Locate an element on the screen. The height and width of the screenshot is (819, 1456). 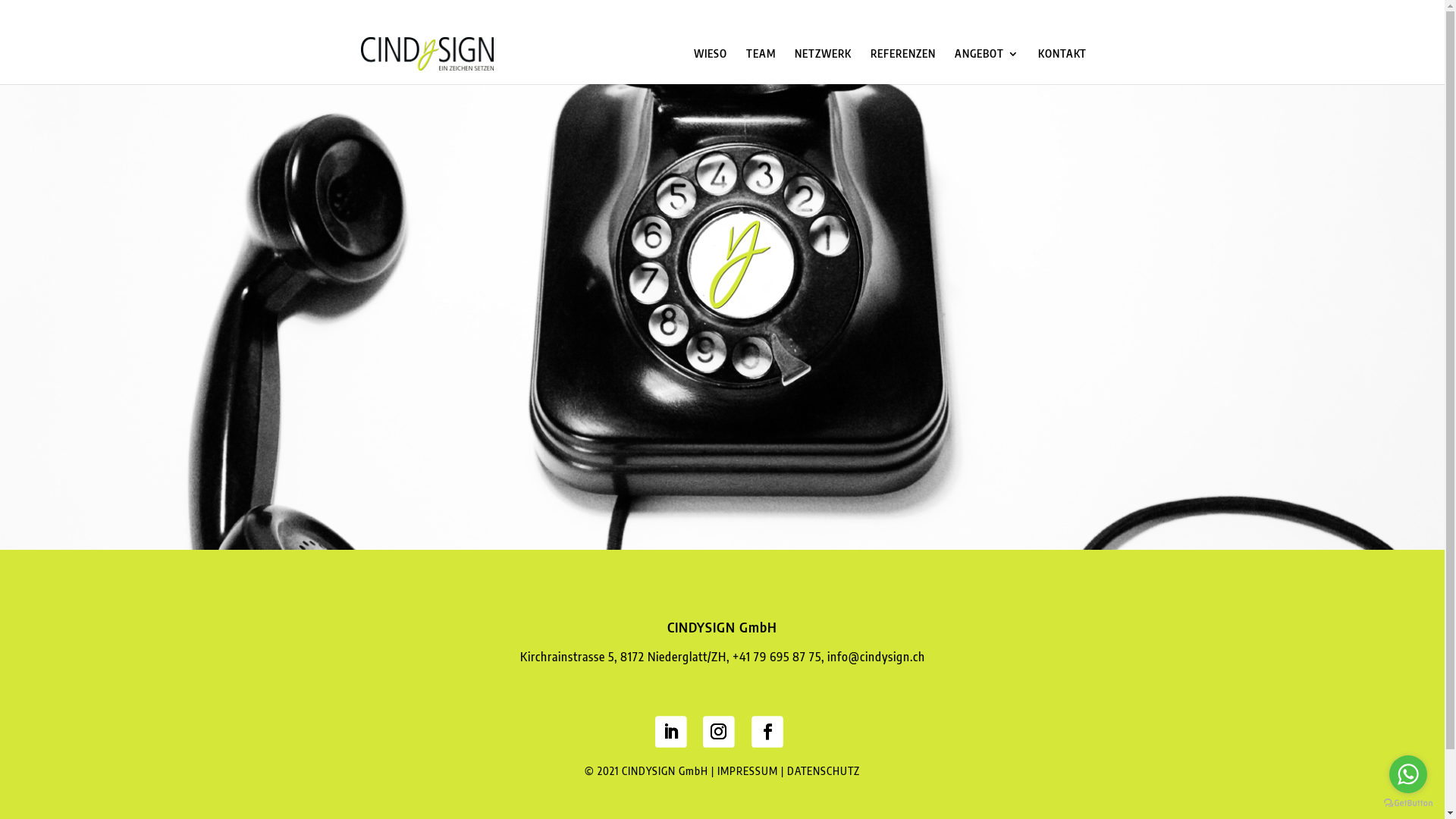
'NETZWERK' is located at coordinates (822, 65).